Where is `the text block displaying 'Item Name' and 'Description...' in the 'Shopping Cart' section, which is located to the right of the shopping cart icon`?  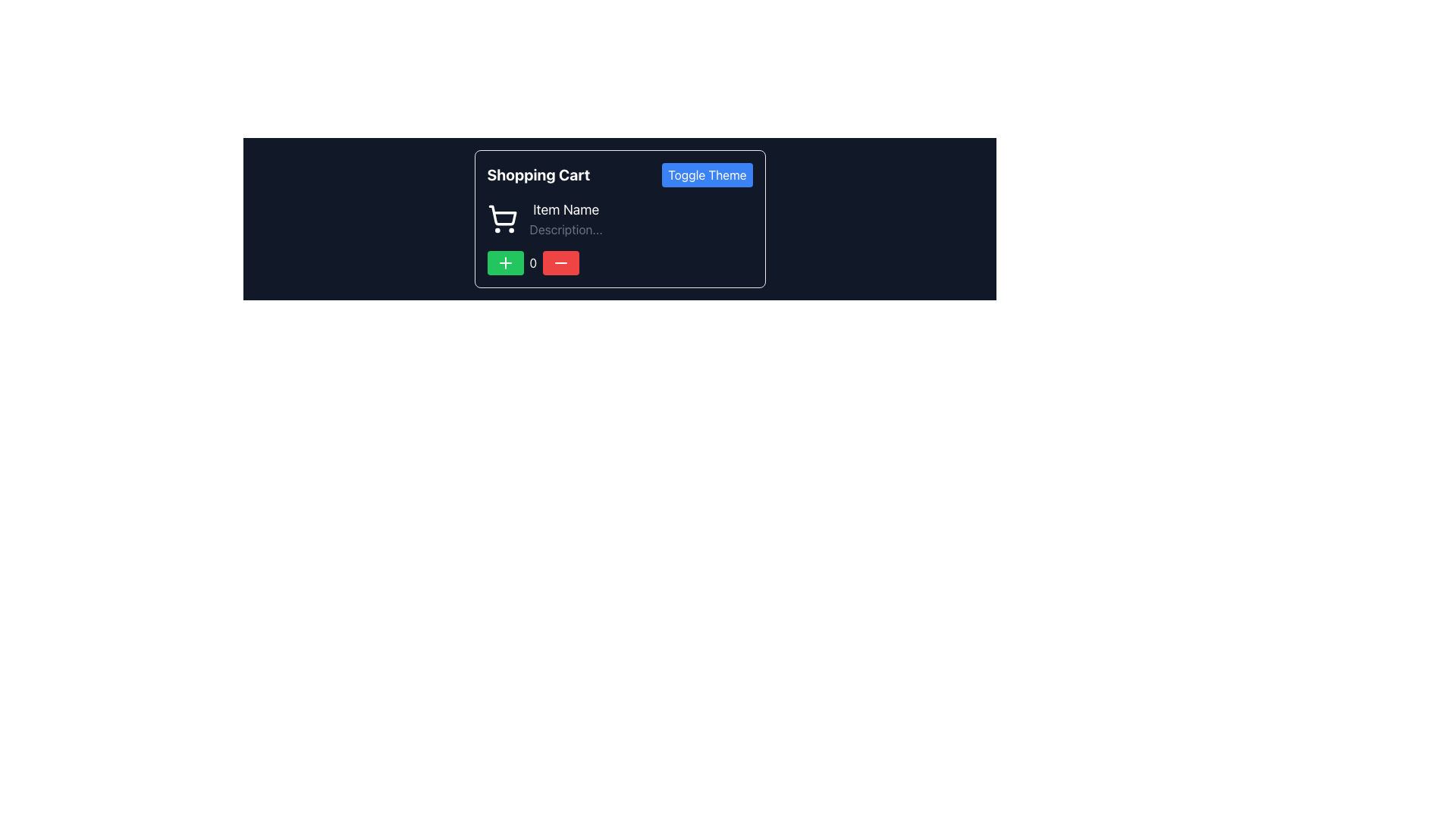
the text block displaying 'Item Name' and 'Description...' in the 'Shopping Cart' section, which is located to the right of the shopping cart icon is located at coordinates (565, 219).